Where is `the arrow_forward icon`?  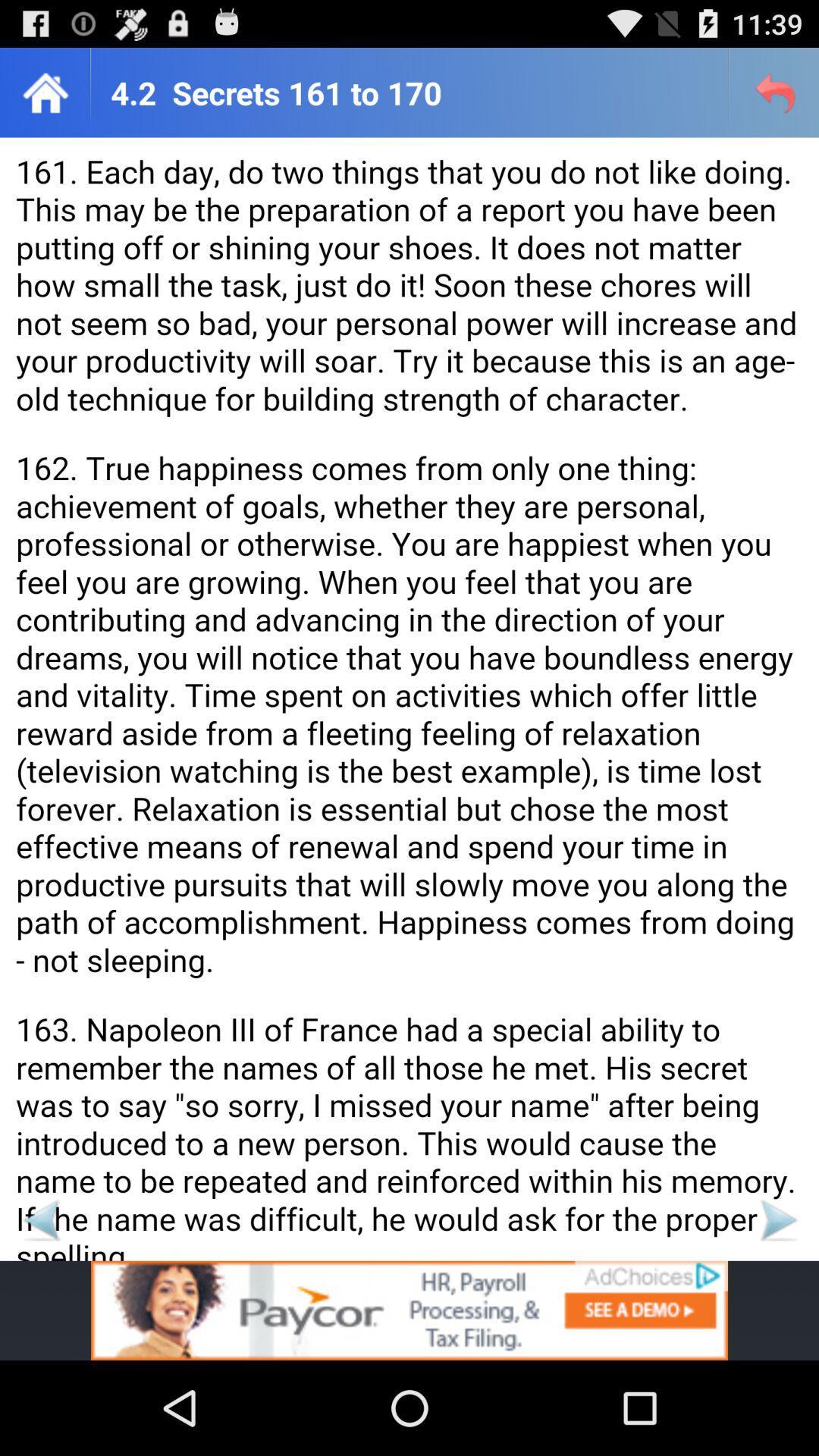 the arrow_forward icon is located at coordinates (777, 1304).